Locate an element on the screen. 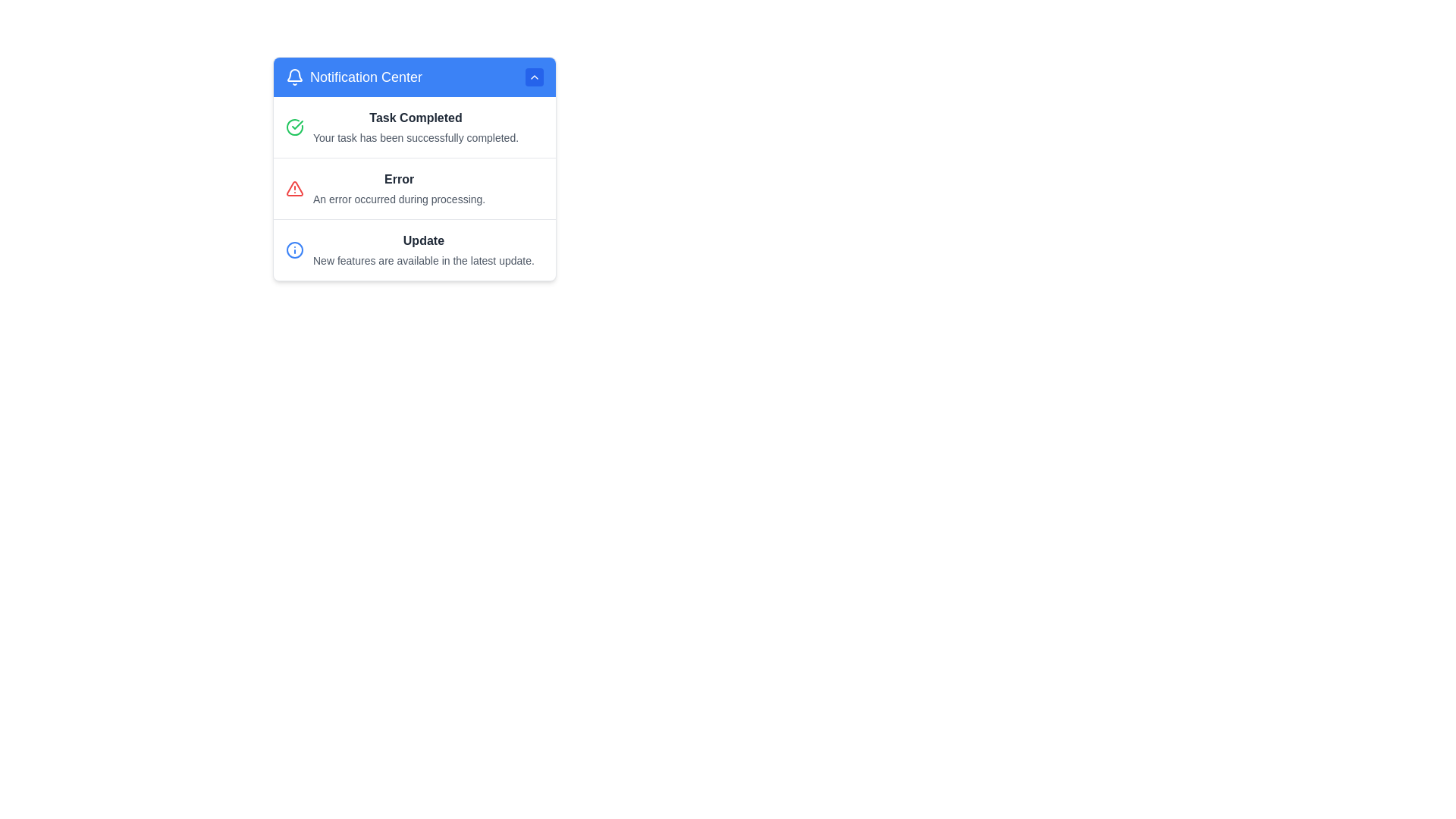 The image size is (1456, 819). the error notification icon located to the left of the text 'Error' in the notification panel is located at coordinates (294, 187).